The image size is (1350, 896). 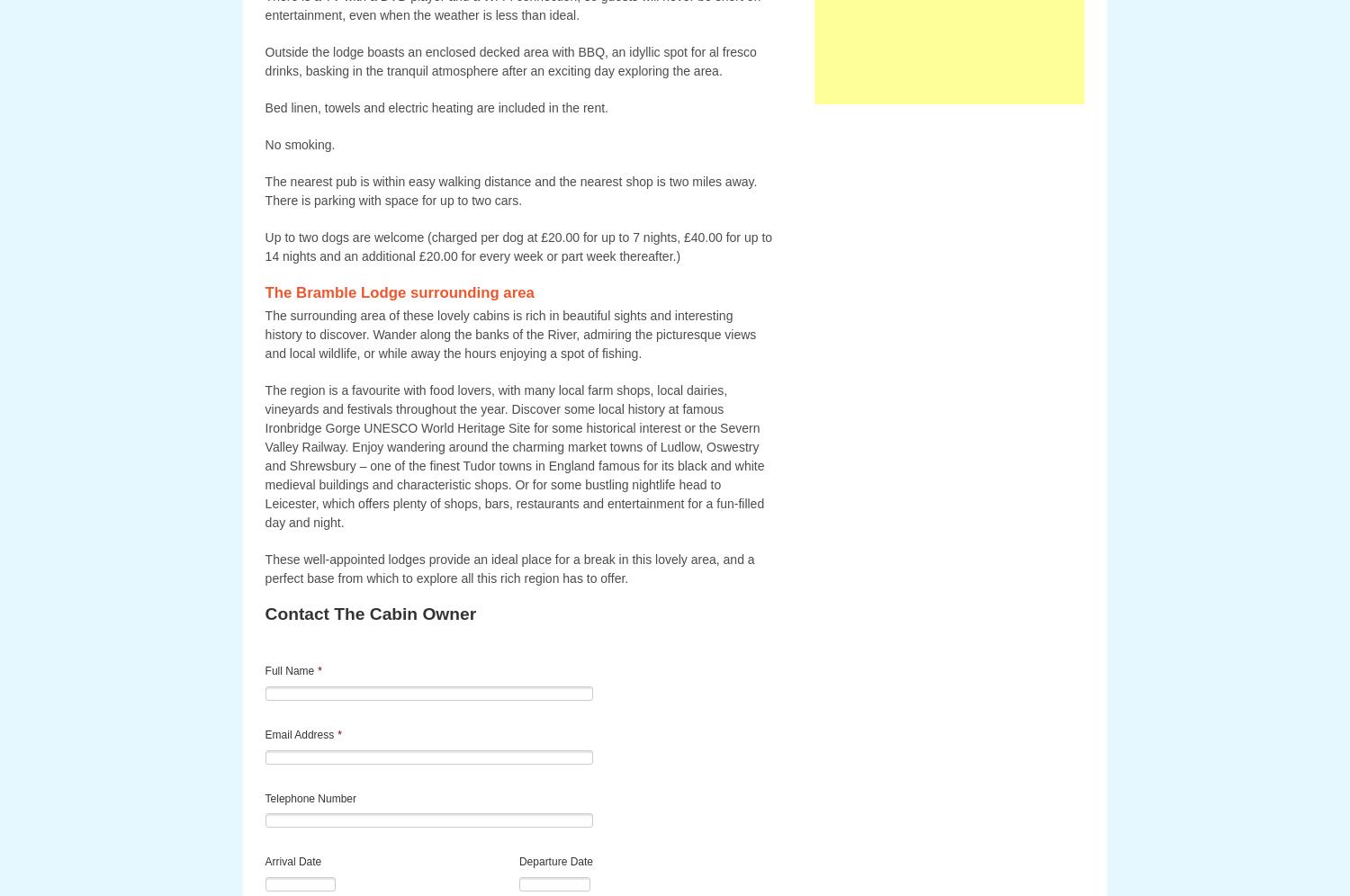 I want to click on 'There is parking with space for up to two cars.', so click(x=392, y=200).